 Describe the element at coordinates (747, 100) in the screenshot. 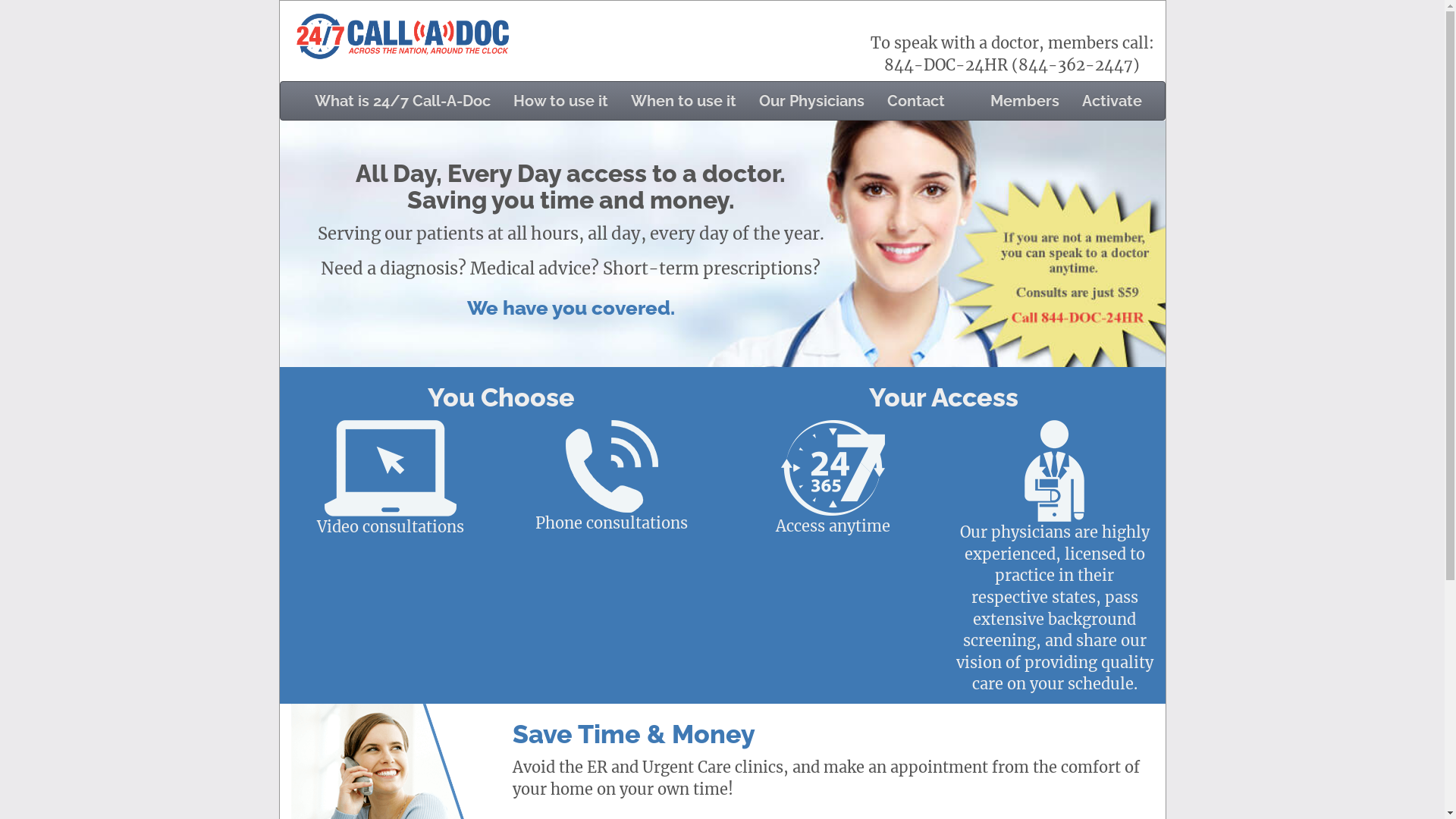

I see `'Our Physicians'` at that location.